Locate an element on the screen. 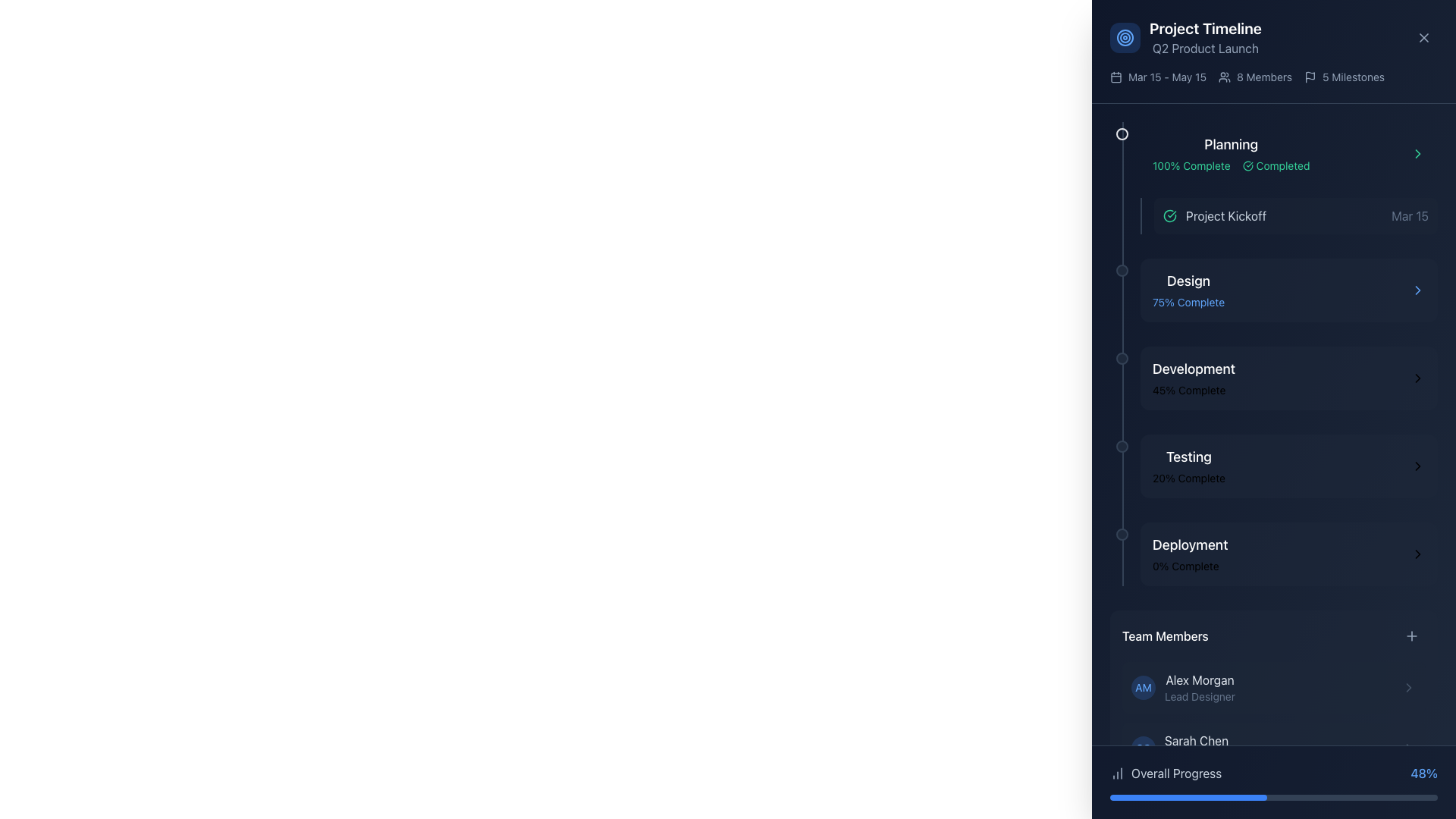  the small circular indicator located adjacent to the beginning of the 'Design' section in the timeline by moving the cursor over it is located at coordinates (1122, 270).